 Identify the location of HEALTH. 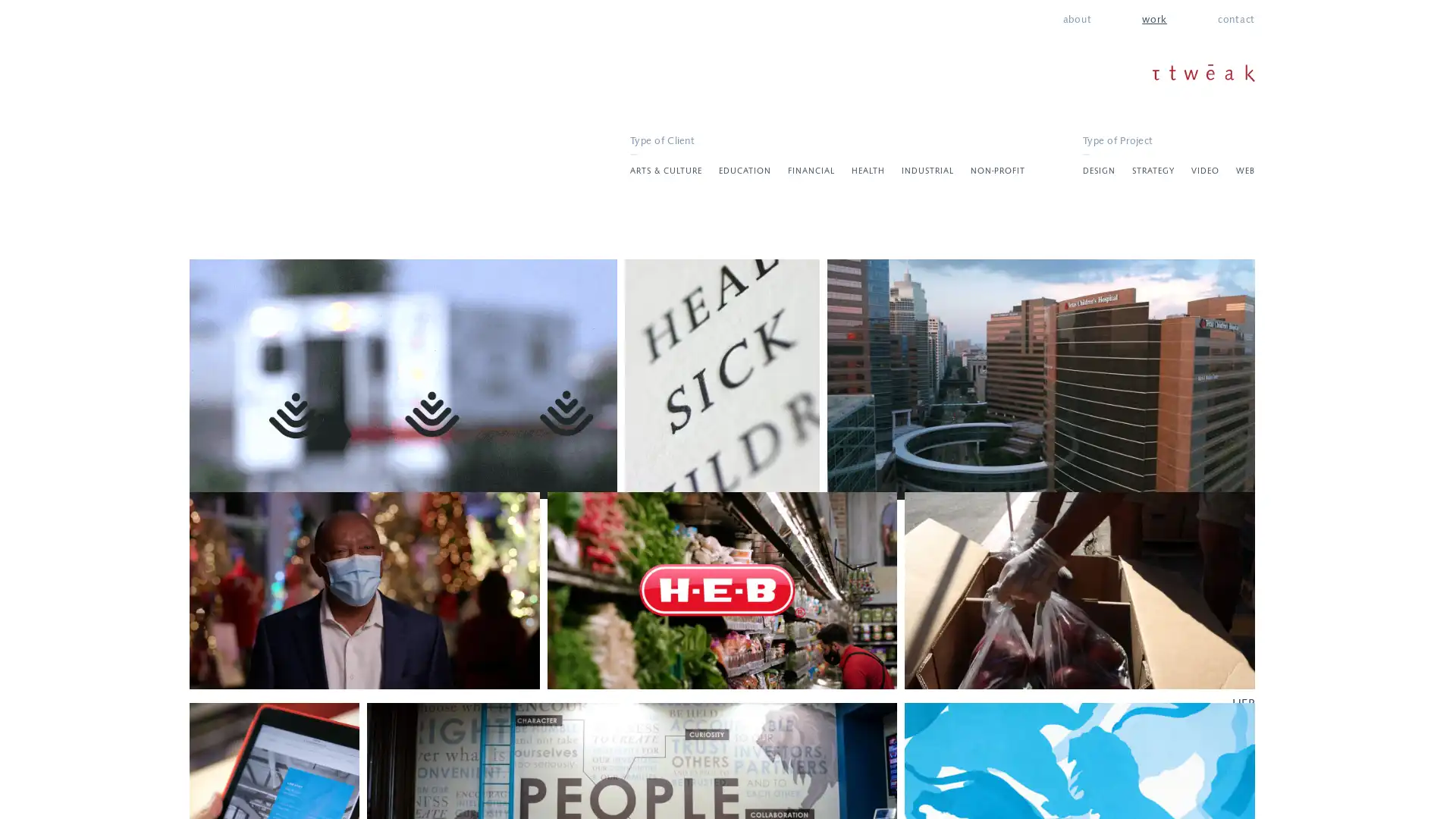
(868, 171).